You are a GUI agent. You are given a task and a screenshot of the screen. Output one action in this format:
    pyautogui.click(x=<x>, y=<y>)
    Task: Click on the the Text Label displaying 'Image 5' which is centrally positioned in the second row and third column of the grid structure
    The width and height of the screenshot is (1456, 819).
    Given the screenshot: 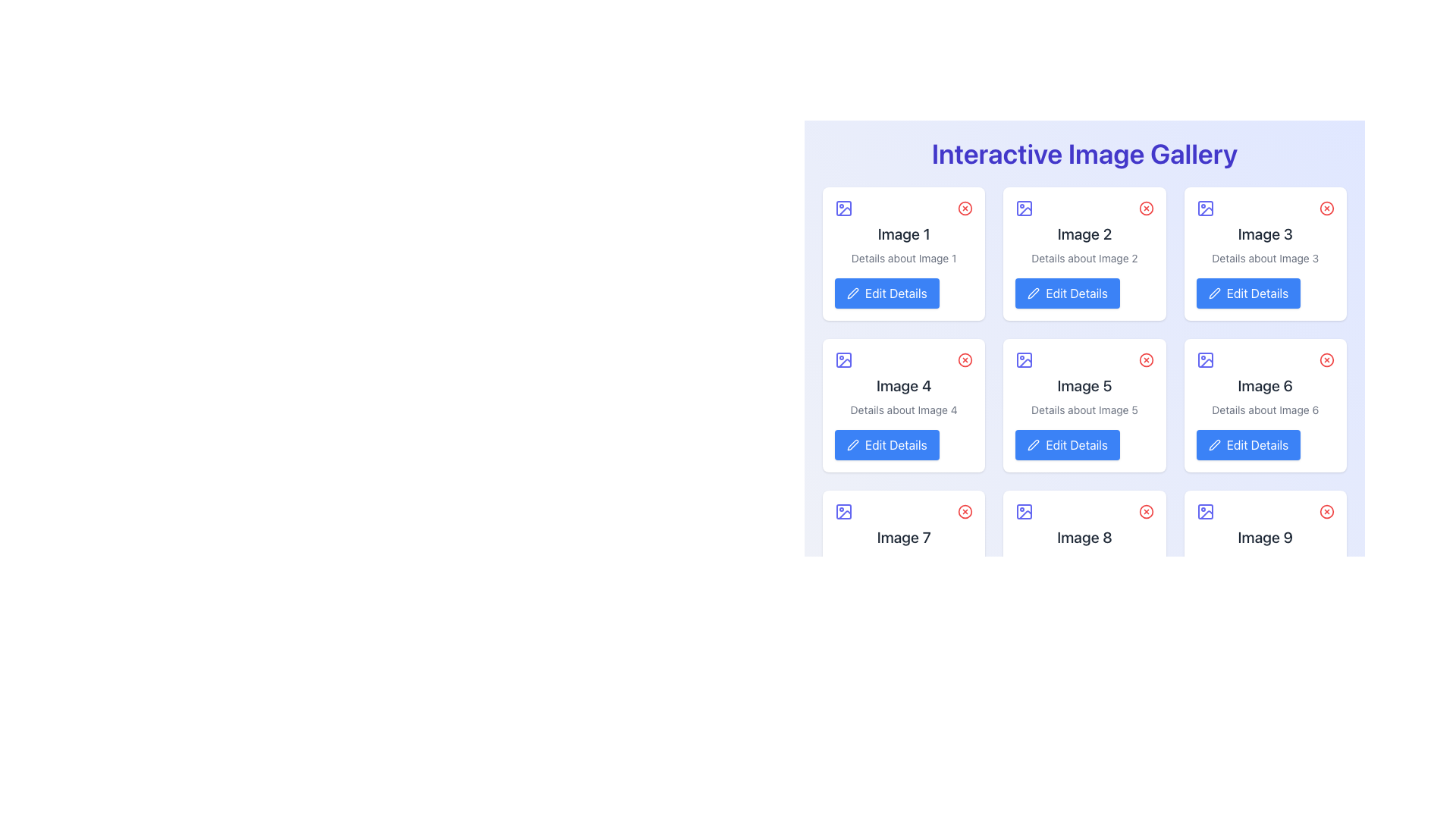 What is the action you would take?
    pyautogui.click(x=1084, y=385)
    